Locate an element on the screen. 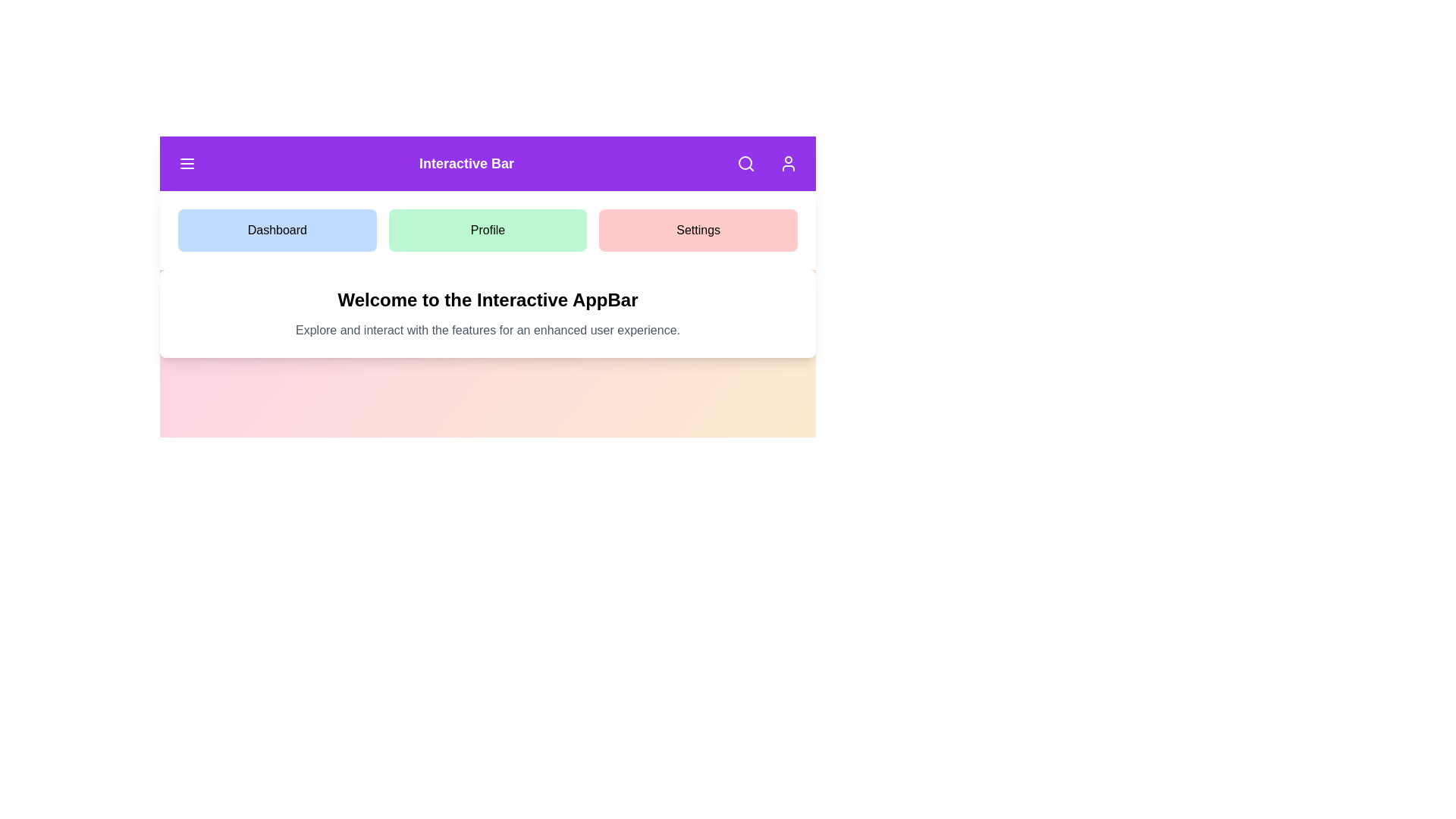 This screenshot has width=1456, height=819. the button labeled User to observe its hover effect is located at coordinates (789, 164).